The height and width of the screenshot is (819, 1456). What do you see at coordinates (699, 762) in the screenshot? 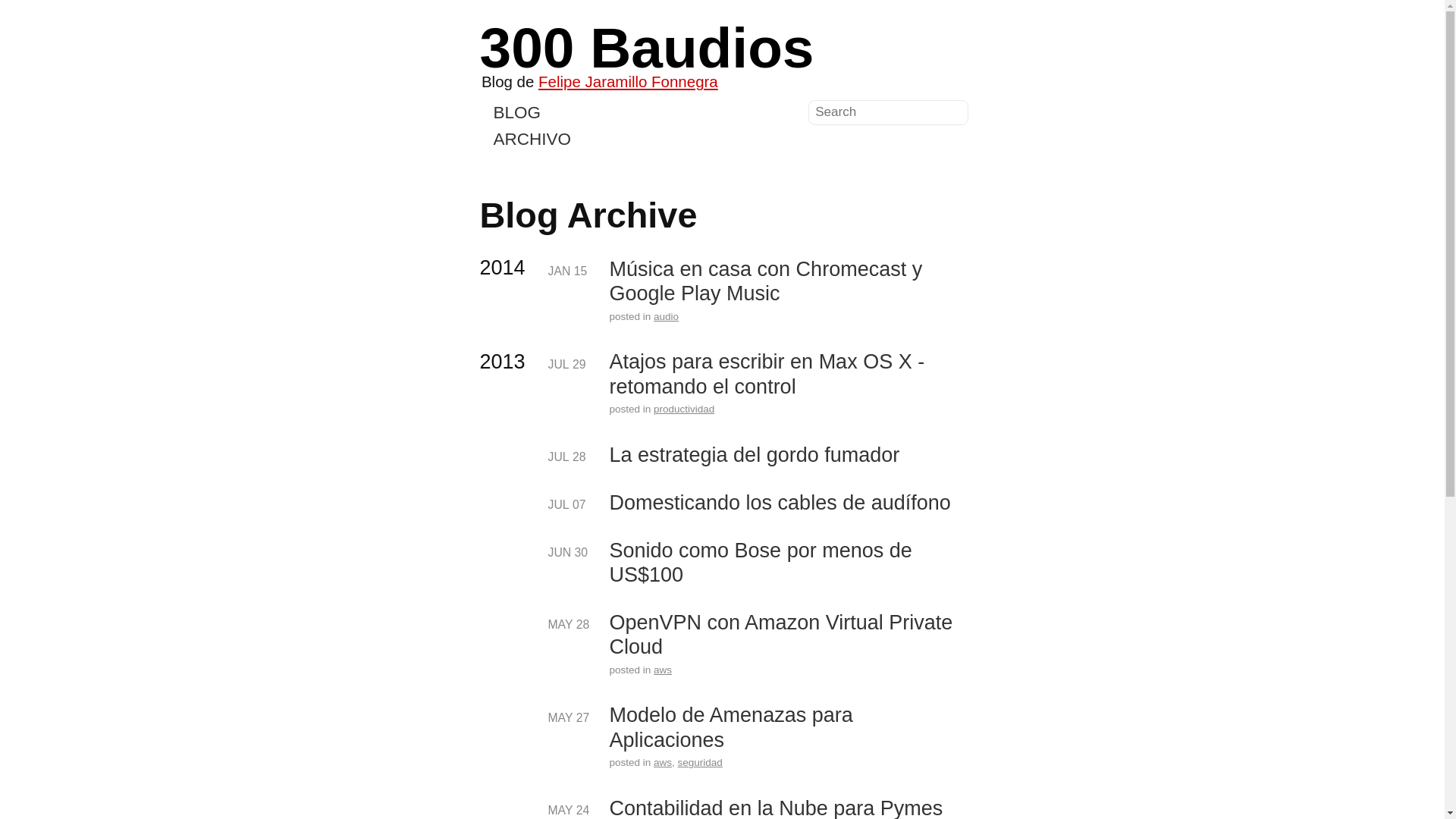
I see `'seguridad'` at bounding box center [699, 762].